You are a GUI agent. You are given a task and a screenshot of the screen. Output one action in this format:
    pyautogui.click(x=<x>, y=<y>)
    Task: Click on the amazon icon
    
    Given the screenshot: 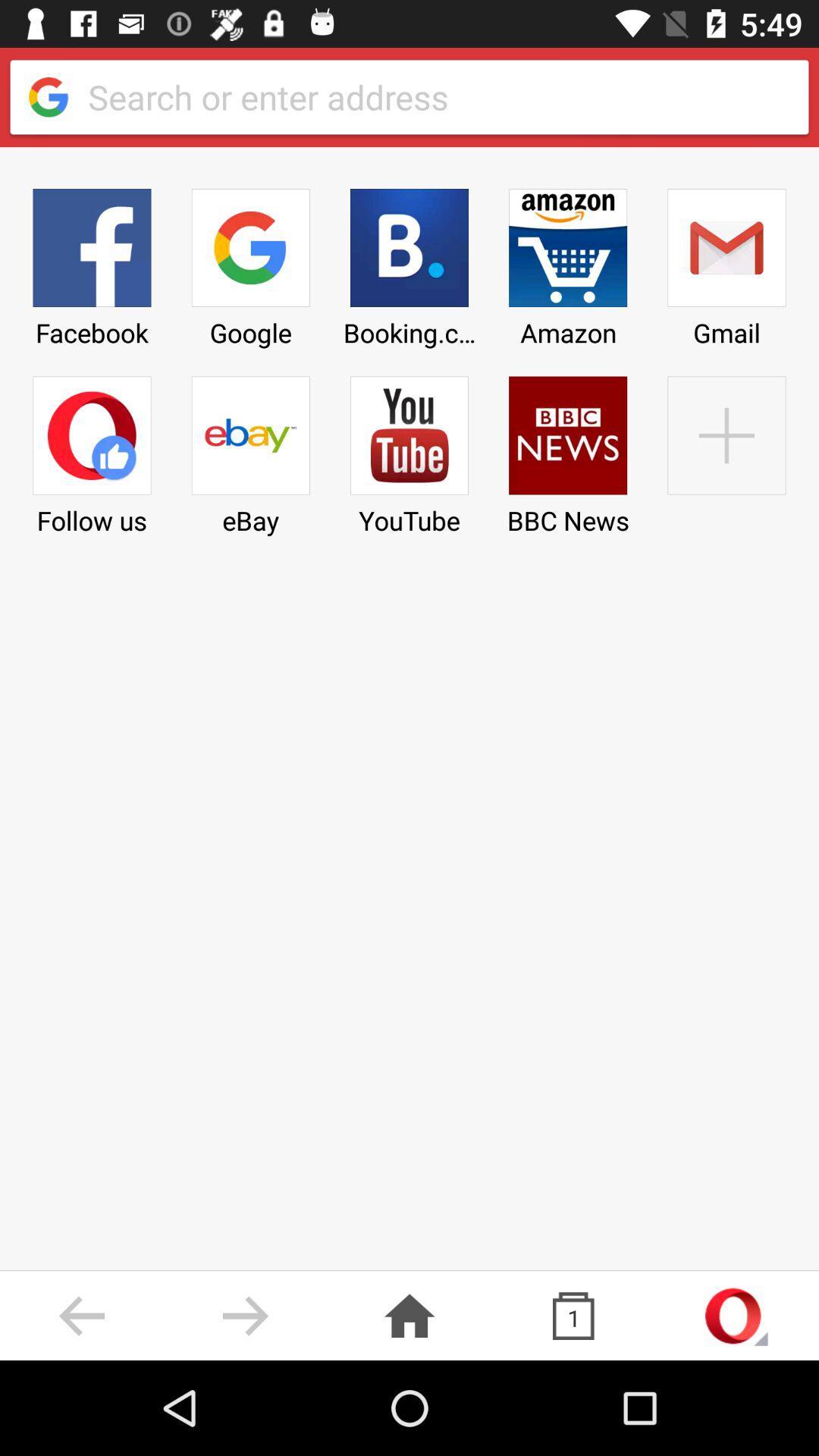 What is the action you would take?
    pyautogui.click(x=568, y=262)
    